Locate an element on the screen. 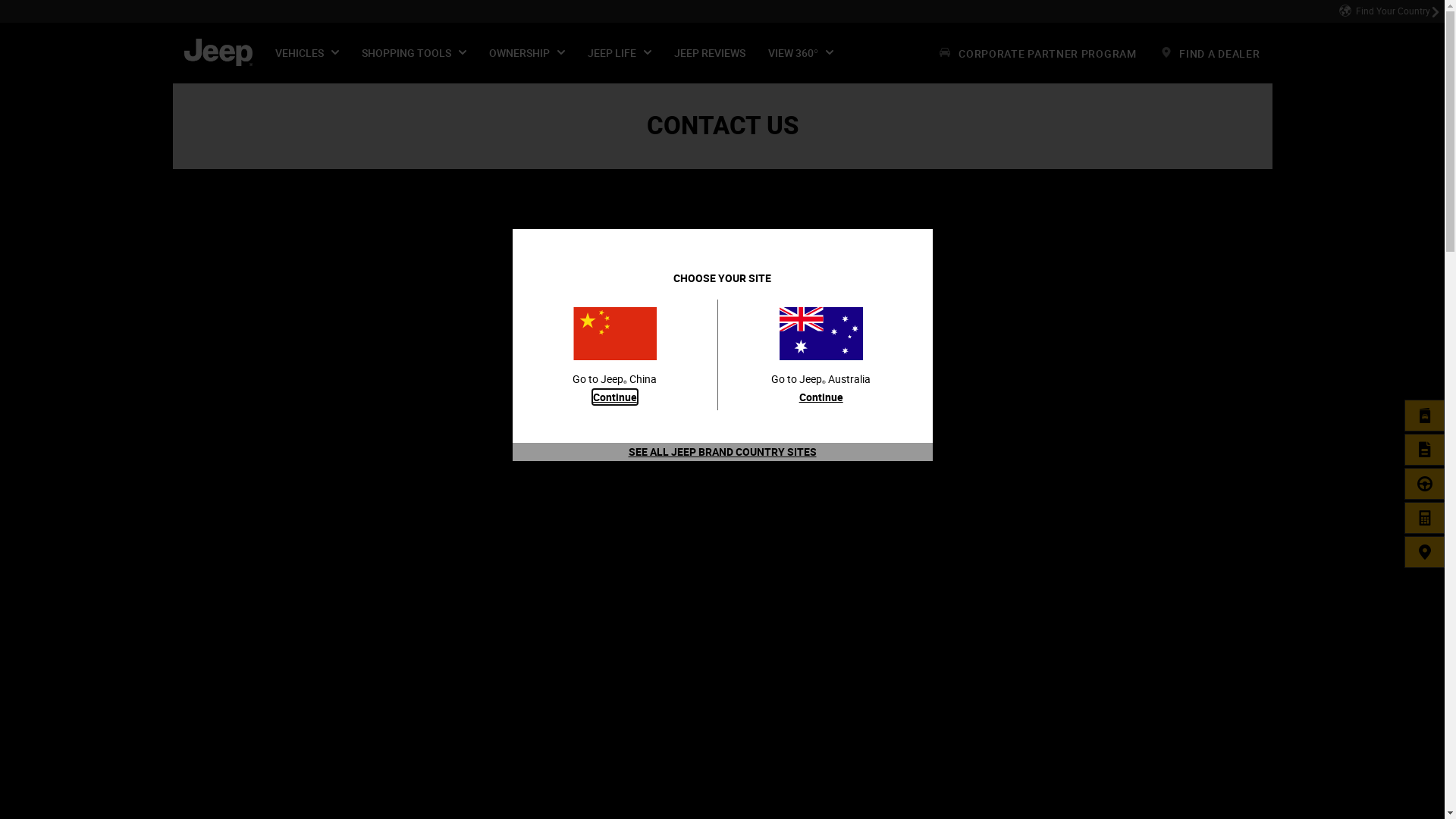 The image size is (1456, 819). 'PRICING' is located at coordinates (1423, 516).